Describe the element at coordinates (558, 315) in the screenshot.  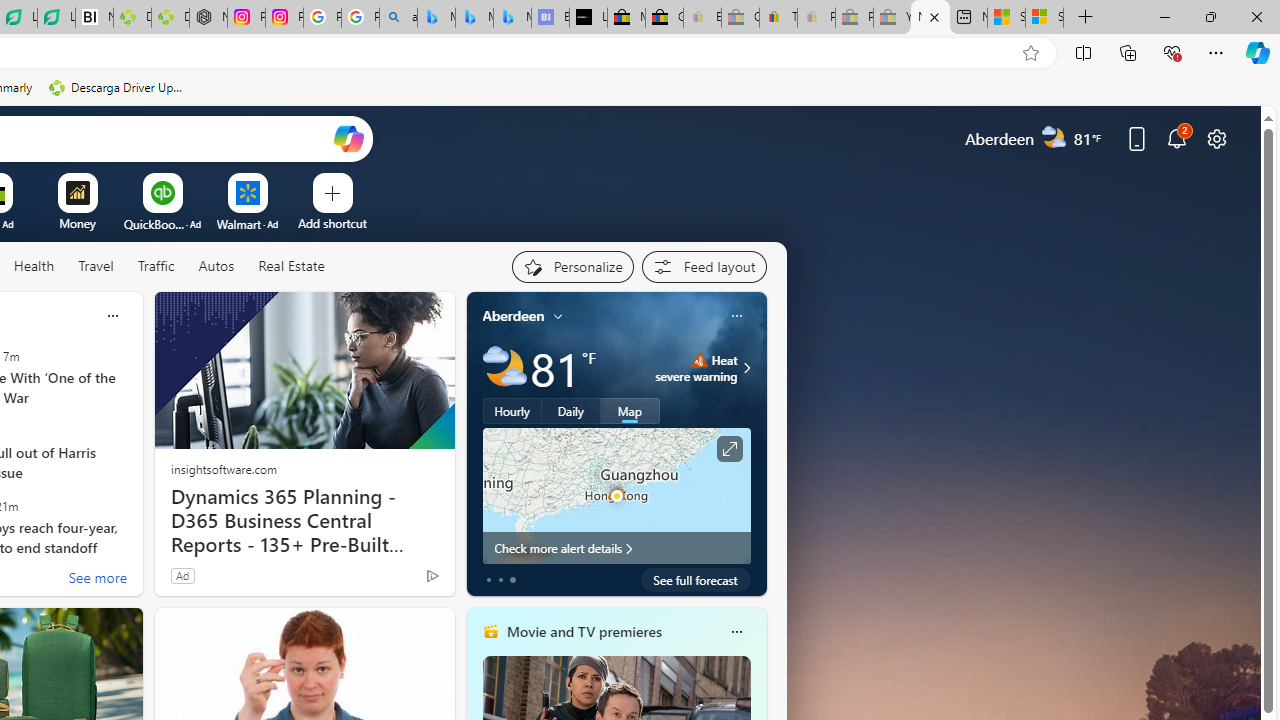
I see `'My location'` at that location.